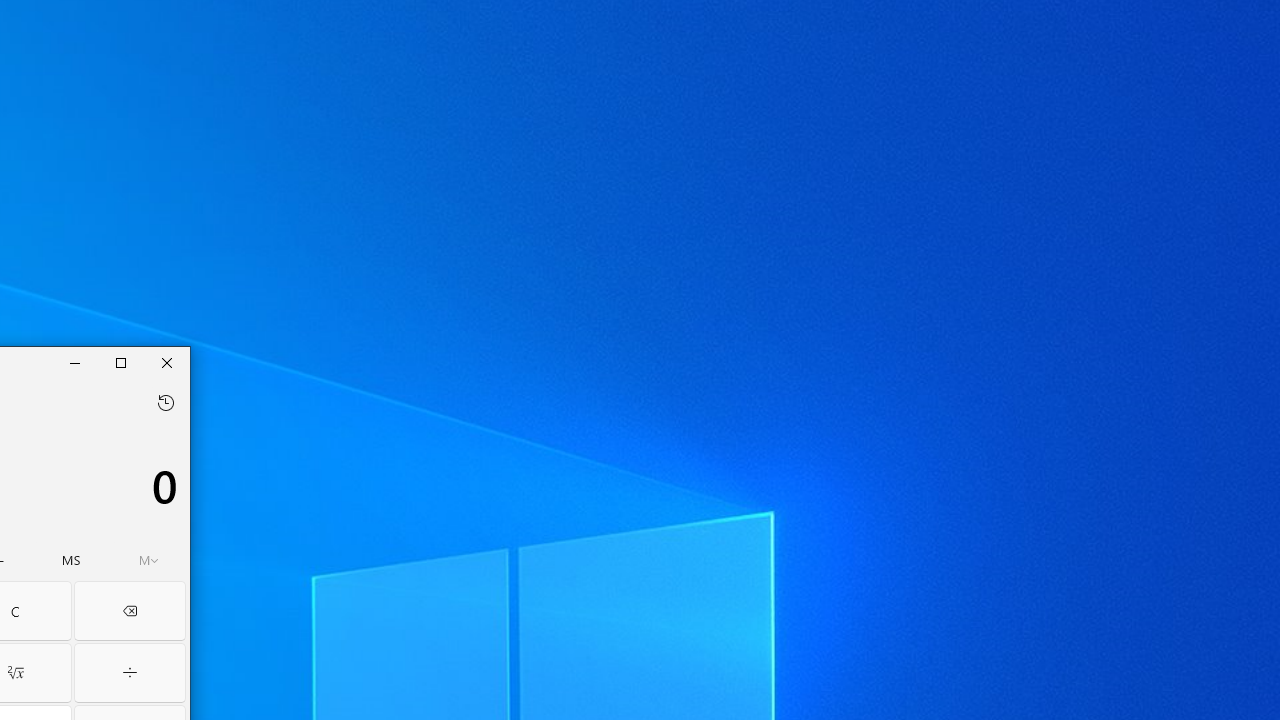 This screenshot has height=720, width=1280. What do you see at coordinates (71, 560) in the screenshot?
I see `'Memory store'` at bounding box center [71, 560].